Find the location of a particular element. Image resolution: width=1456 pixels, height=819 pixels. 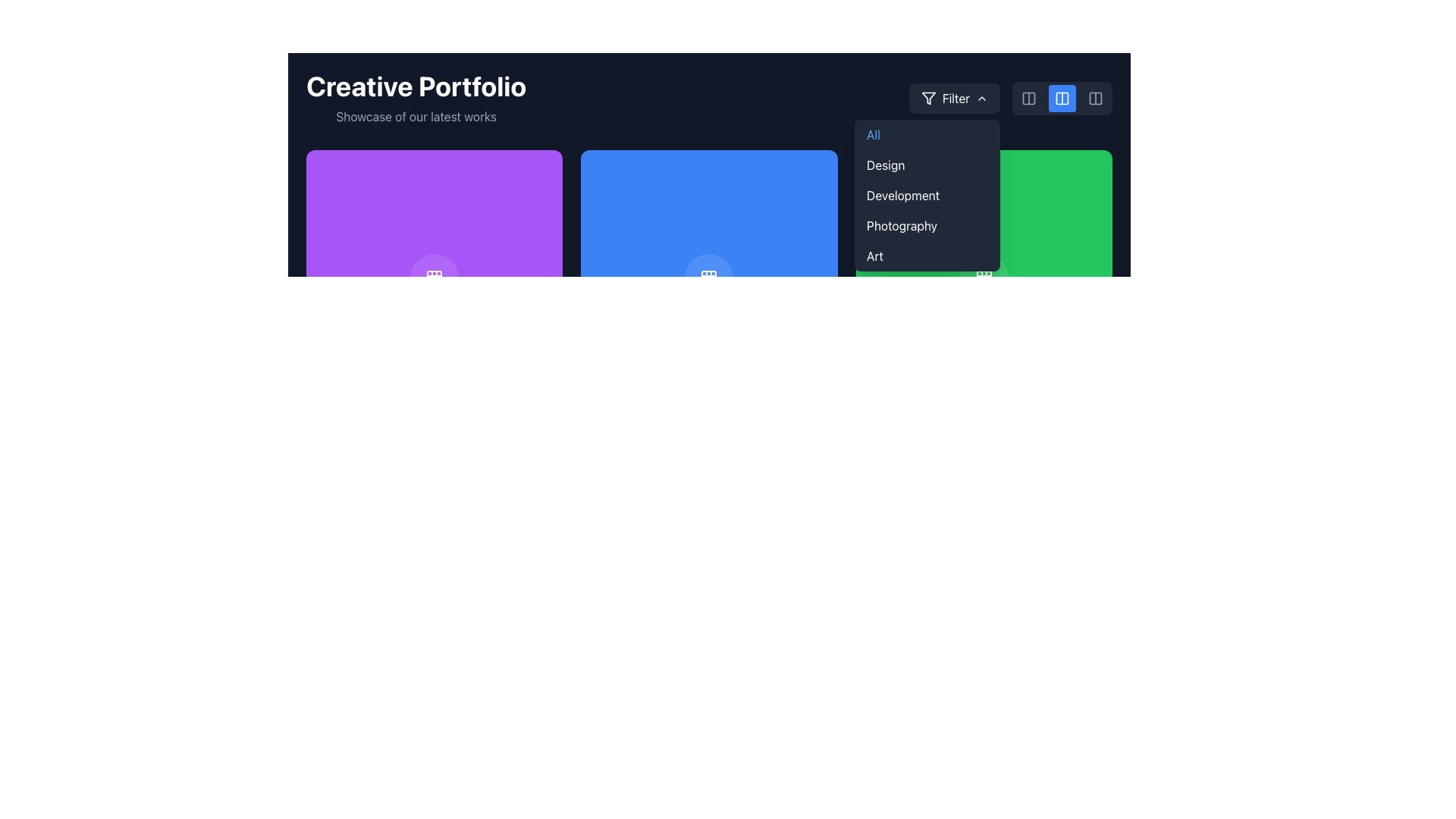

the SVG icon shaped like a two-column layout with a blue background and white color, located in the top-right corner of the interface, specifically the middle button in the group of layout-related buttons is located at coordinates (1062, 99).